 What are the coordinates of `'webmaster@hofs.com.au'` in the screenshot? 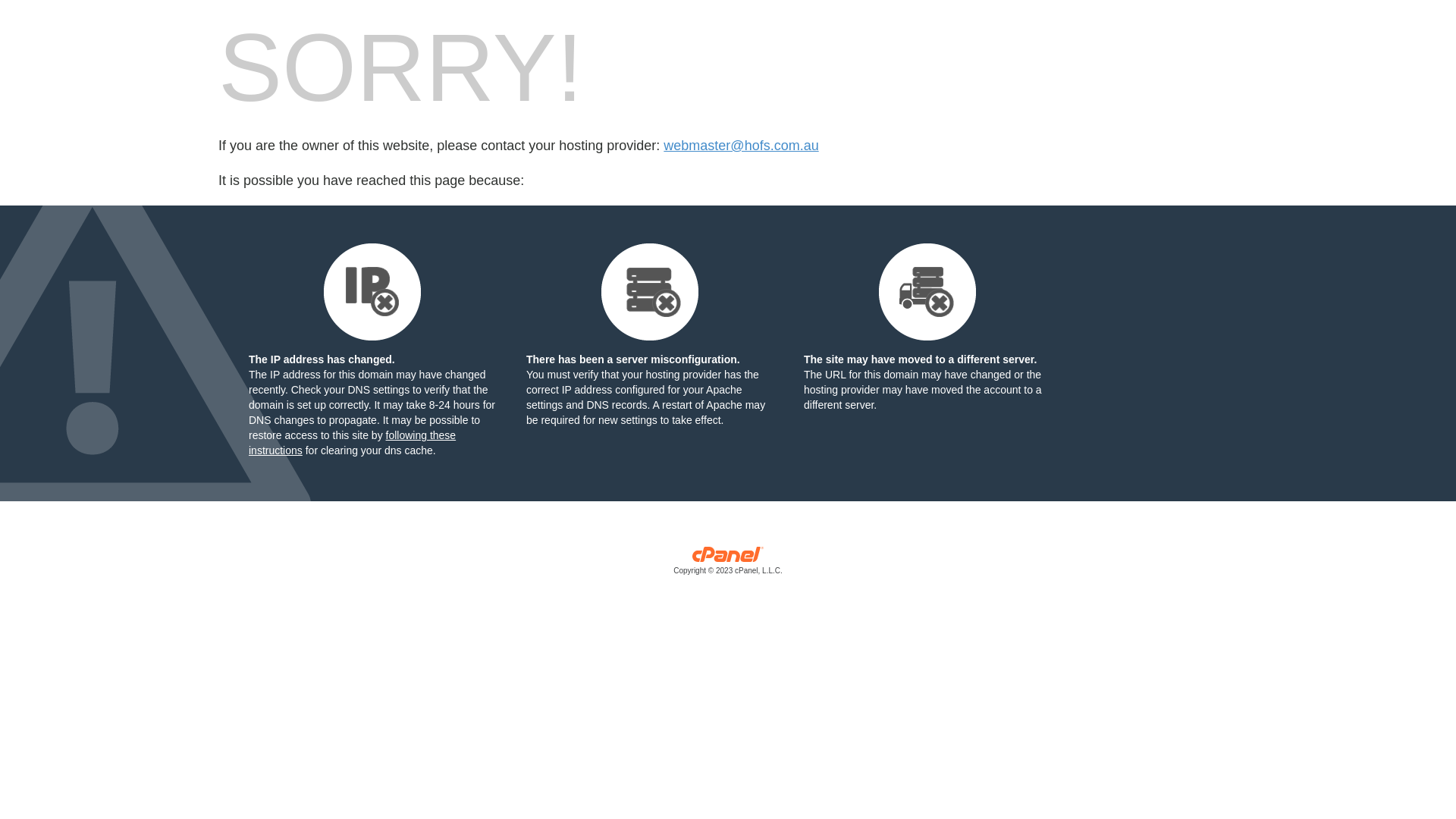 It's located at (741, 146).